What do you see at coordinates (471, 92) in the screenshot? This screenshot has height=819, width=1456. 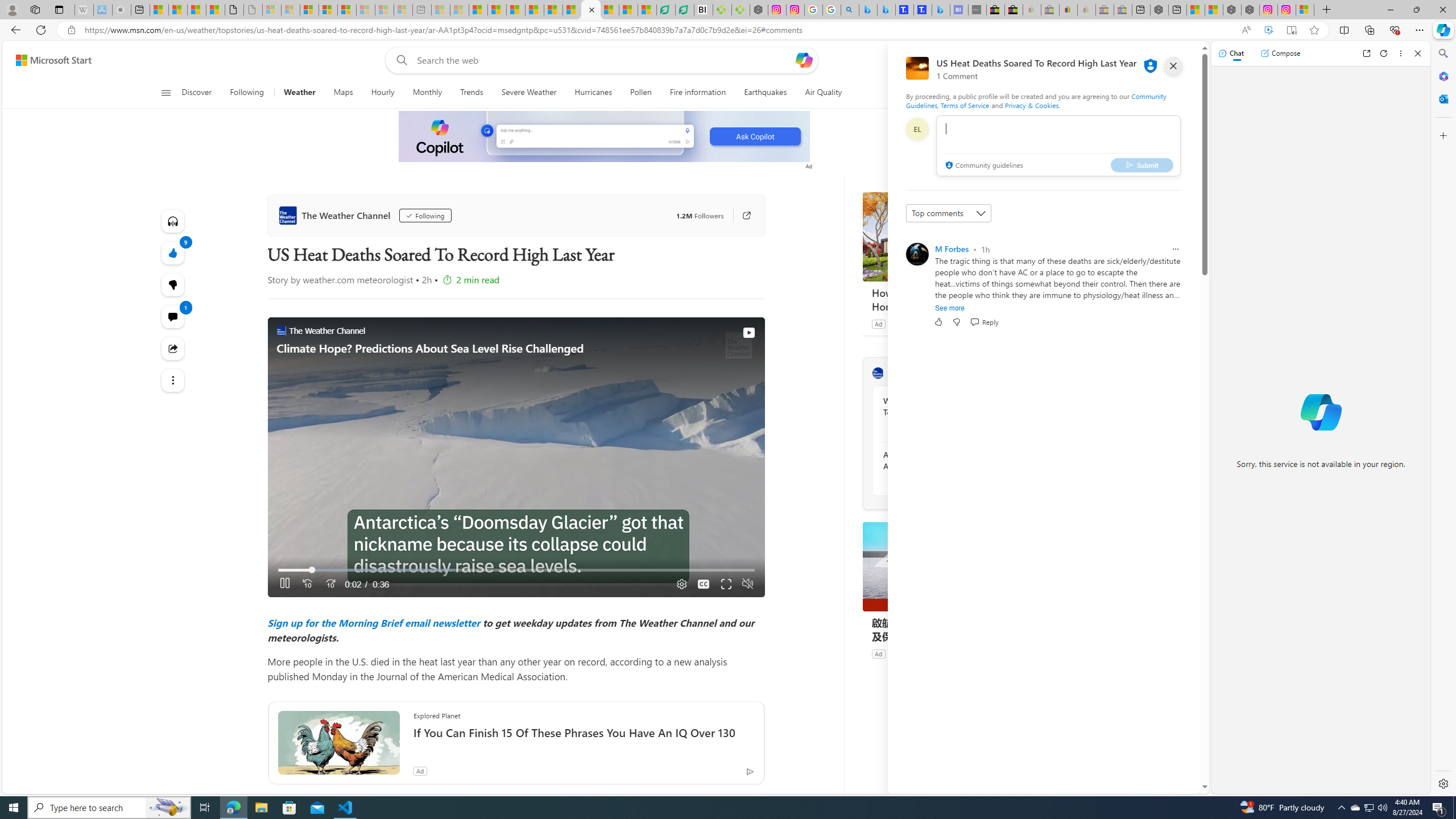 I see `'Trends'` at bounding box center [471, 92].